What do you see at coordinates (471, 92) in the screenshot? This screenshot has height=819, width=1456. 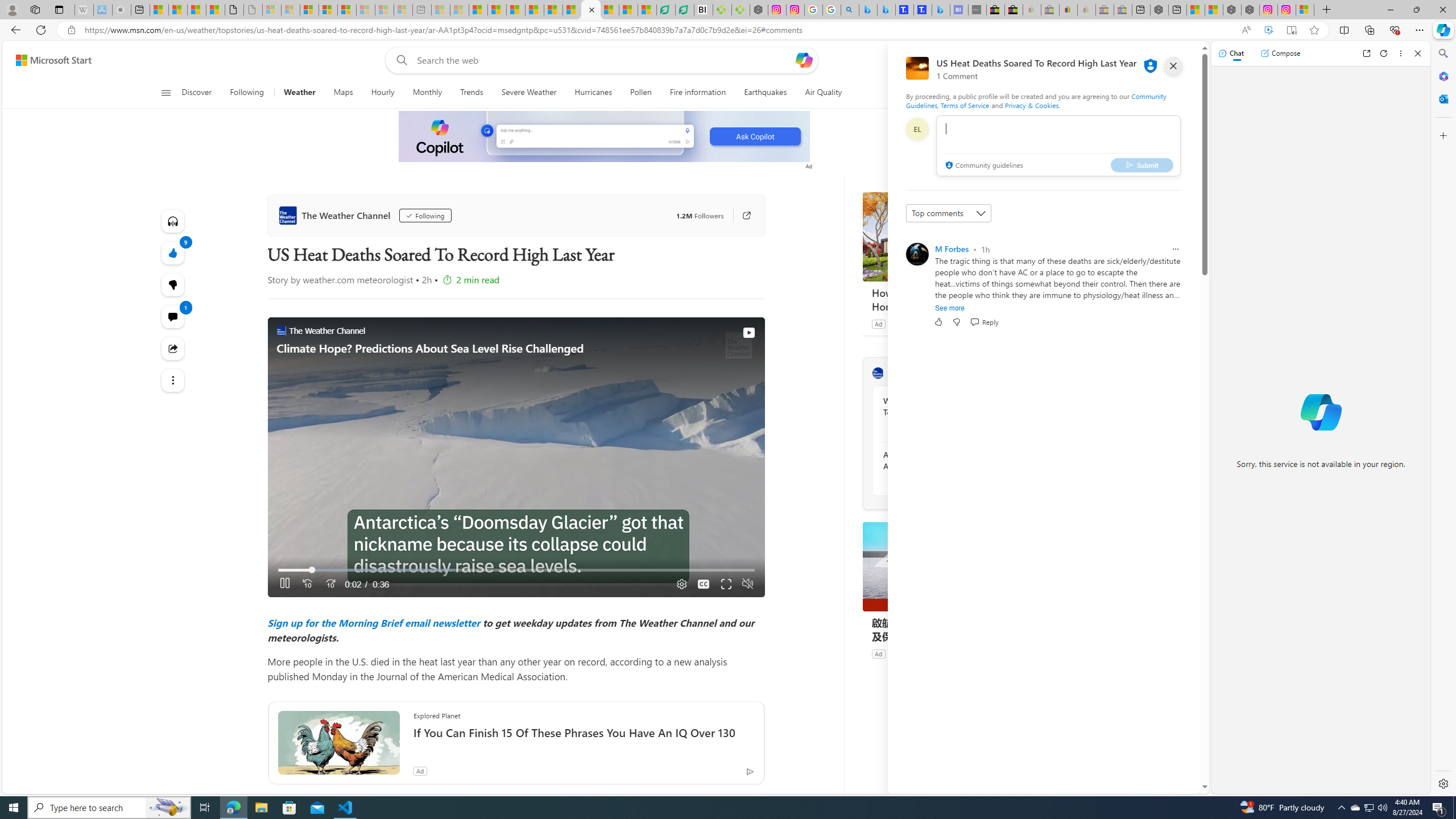 I see `'Trends'` at bounding box center [471, 92].